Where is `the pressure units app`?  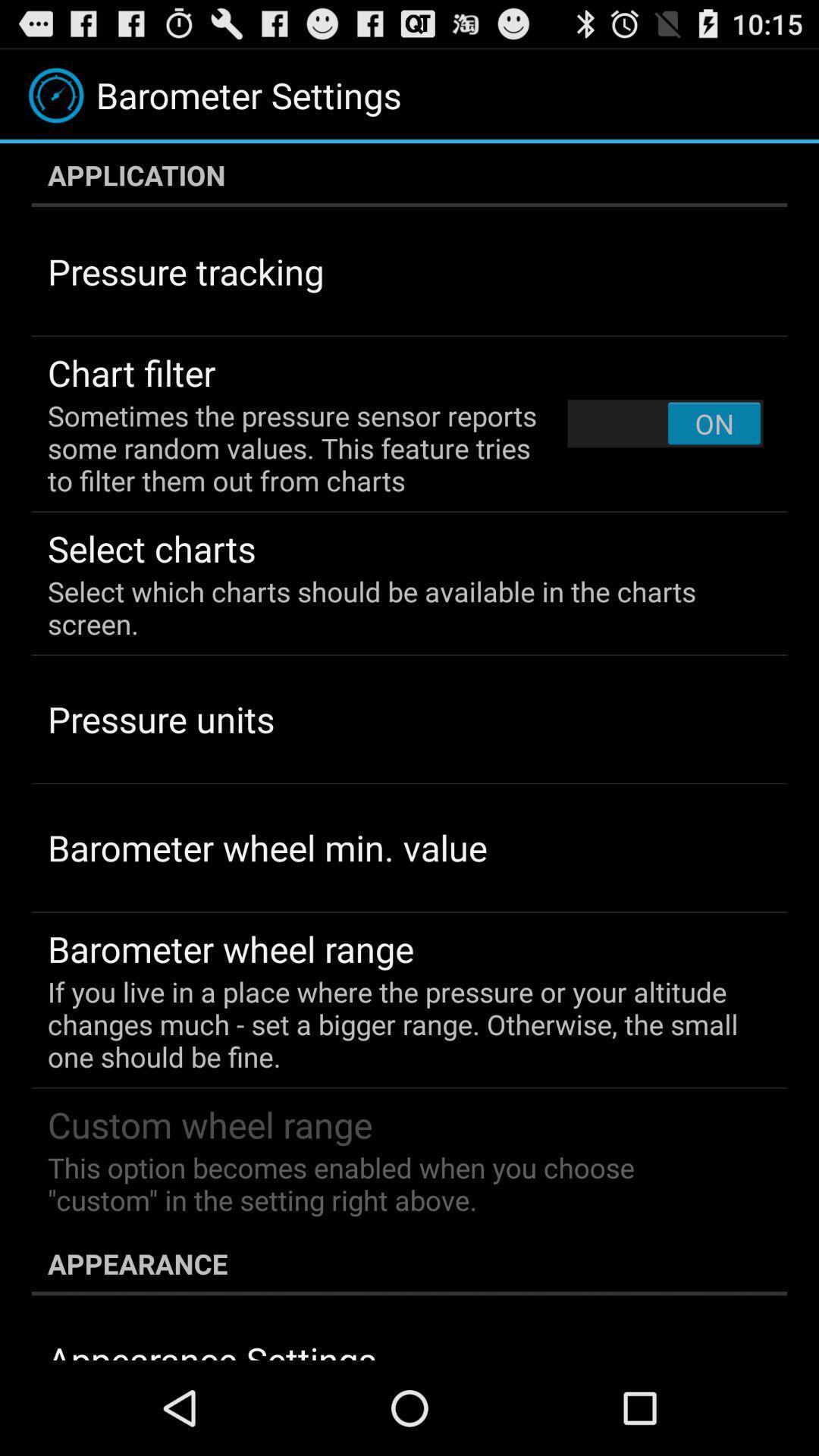 the pressure units app is located at coordinates (161, 718).